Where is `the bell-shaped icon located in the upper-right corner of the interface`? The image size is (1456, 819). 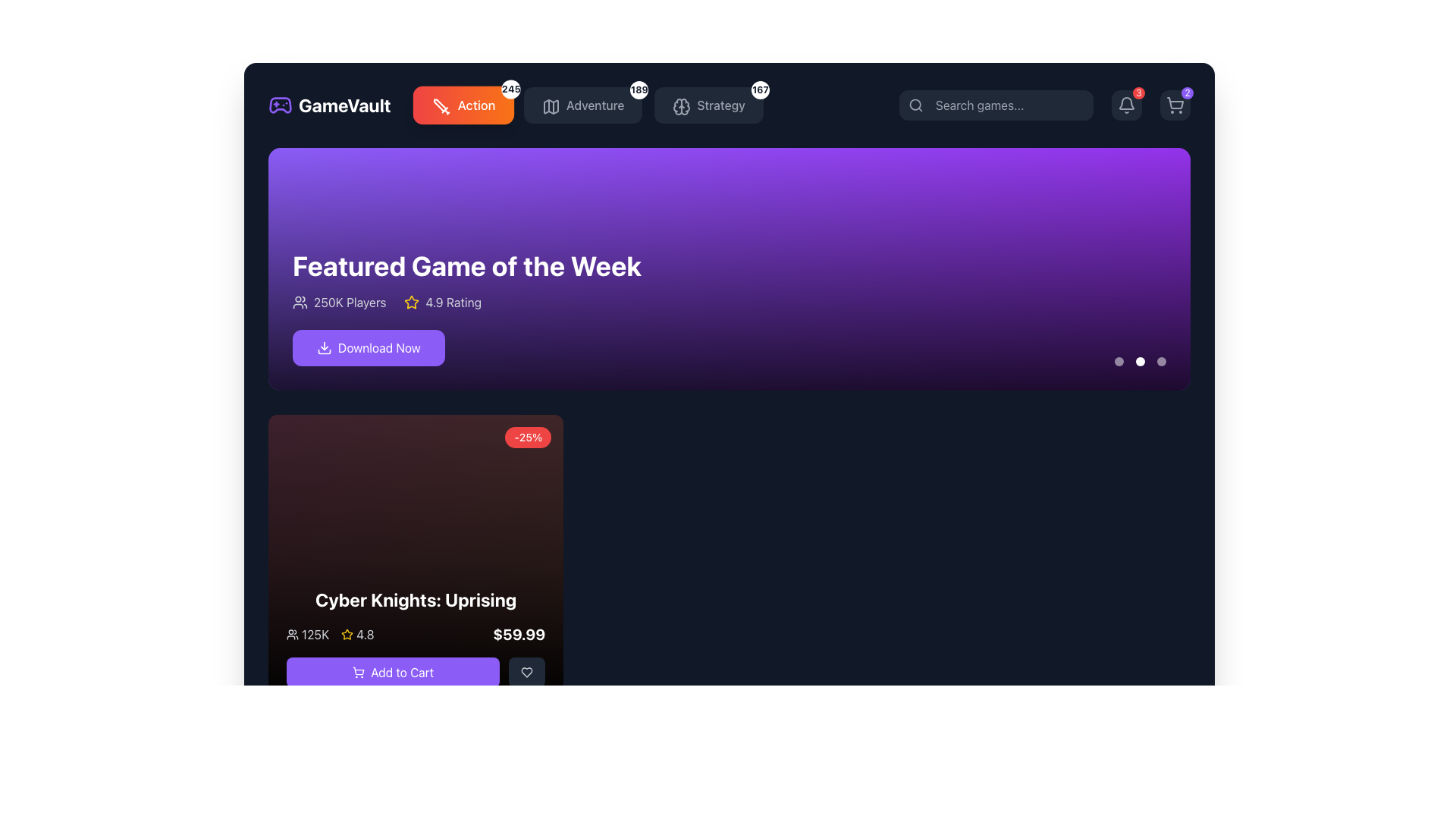
the bell-shaped icon located in the upper-right corner of the interface is located at coordinates (1127, 104).